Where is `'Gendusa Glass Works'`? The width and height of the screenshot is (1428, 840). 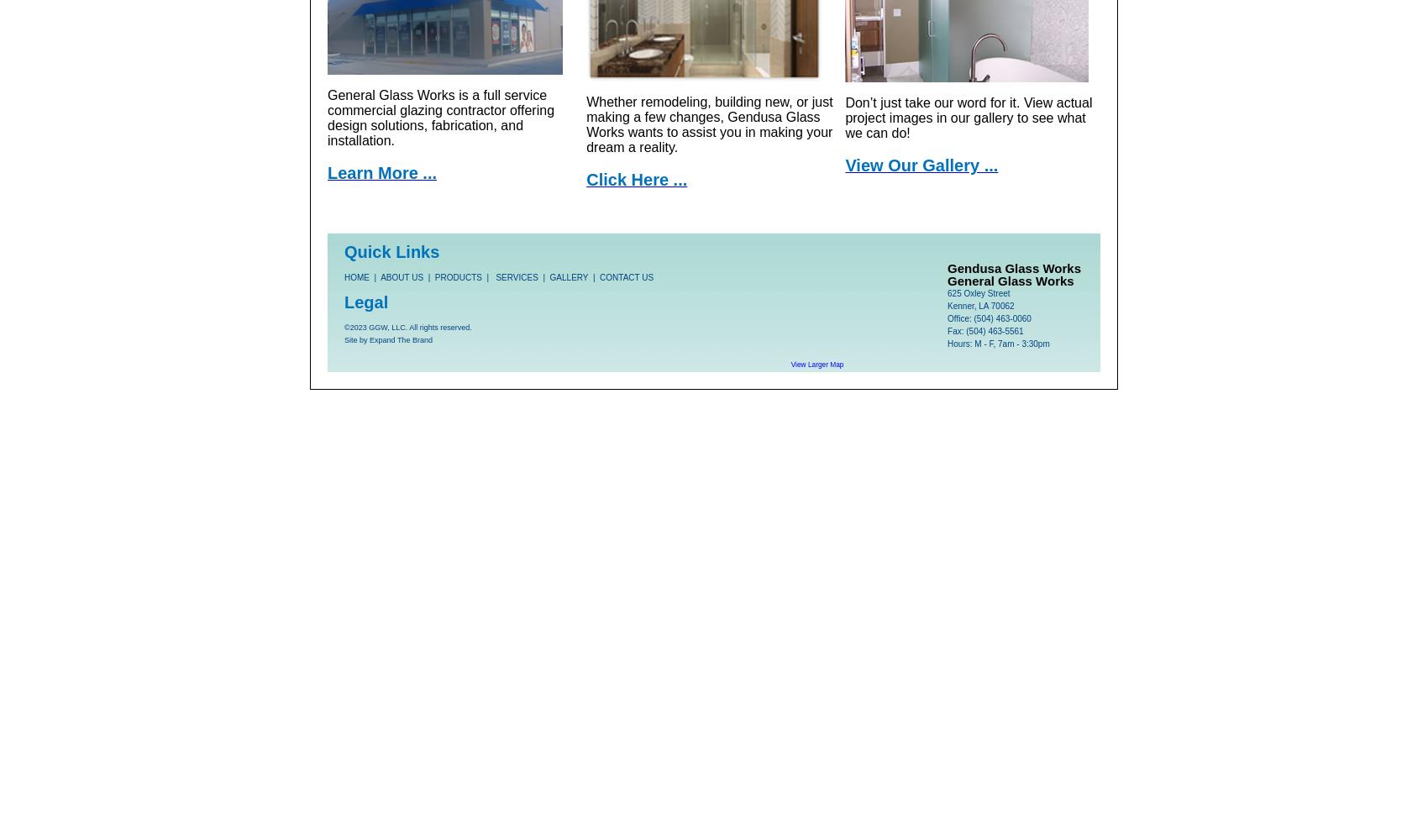
'Gendusa Glass Works' is located at coordinates (1013, 266).